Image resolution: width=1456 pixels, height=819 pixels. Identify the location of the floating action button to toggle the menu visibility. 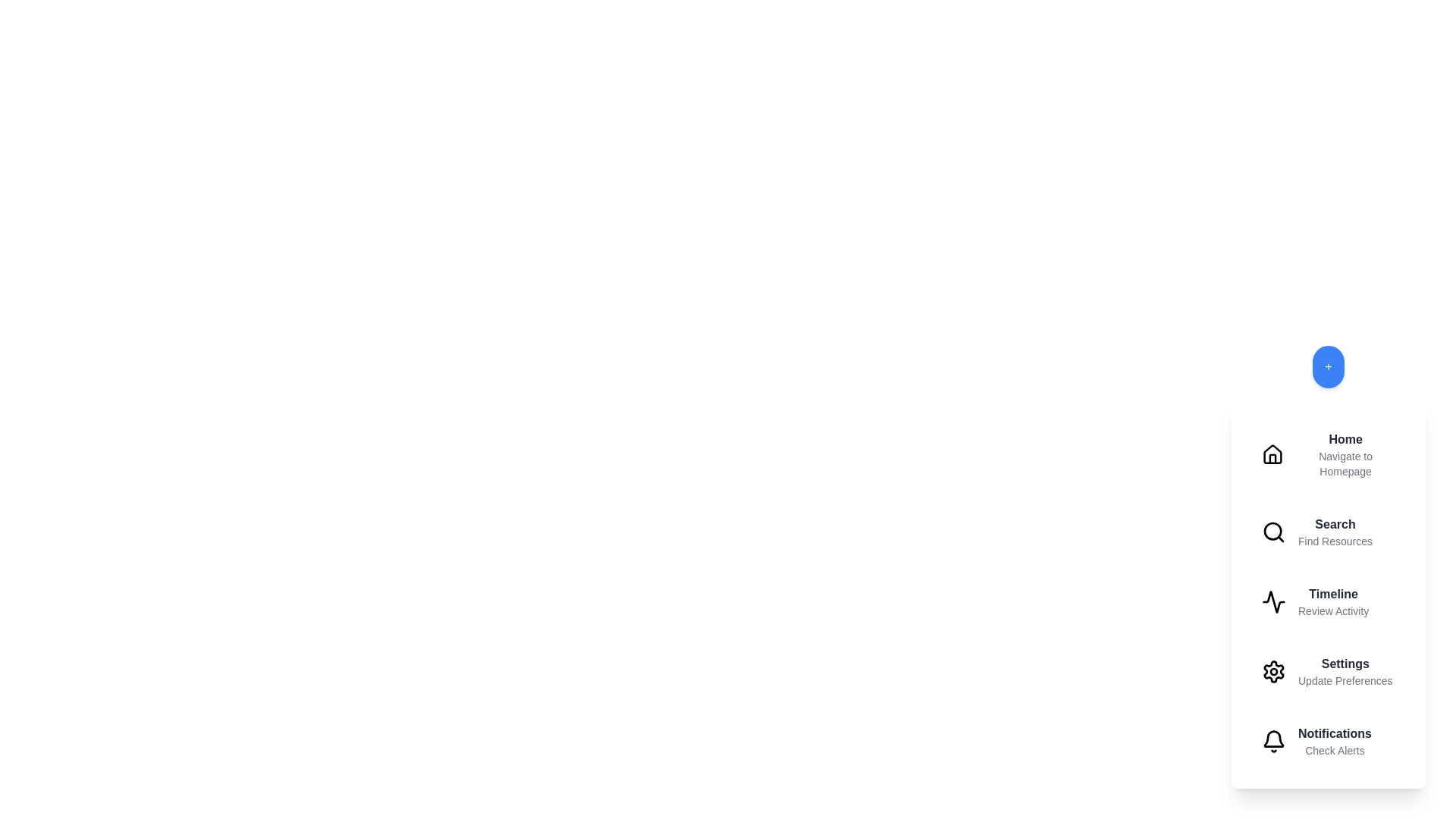
(1328, 366).